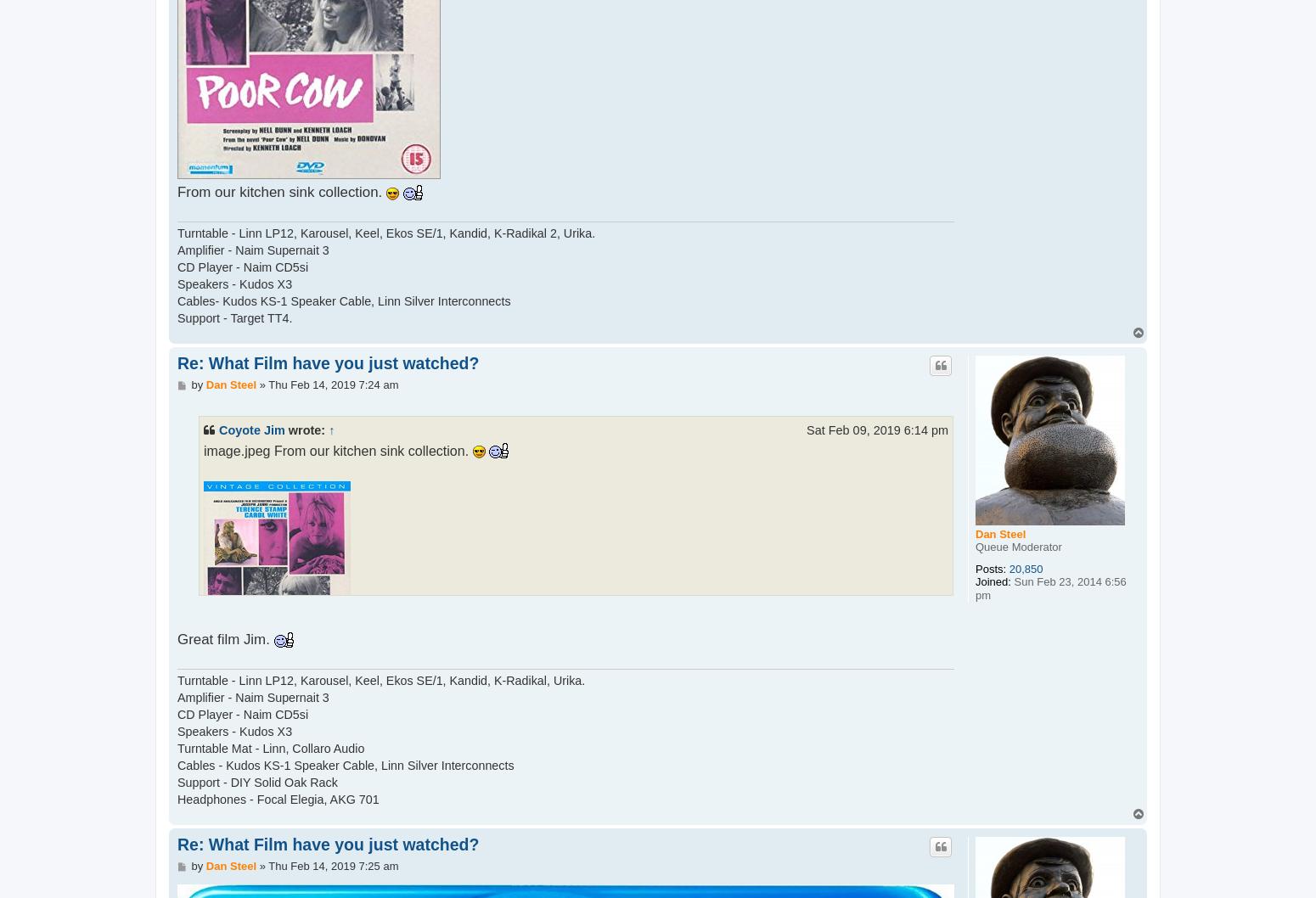 The height and width of the screenshot is (898, 1316). Describe the element at coordinates (251, 429) in the screenshot. I see `'Coyote Jim'` at that location.